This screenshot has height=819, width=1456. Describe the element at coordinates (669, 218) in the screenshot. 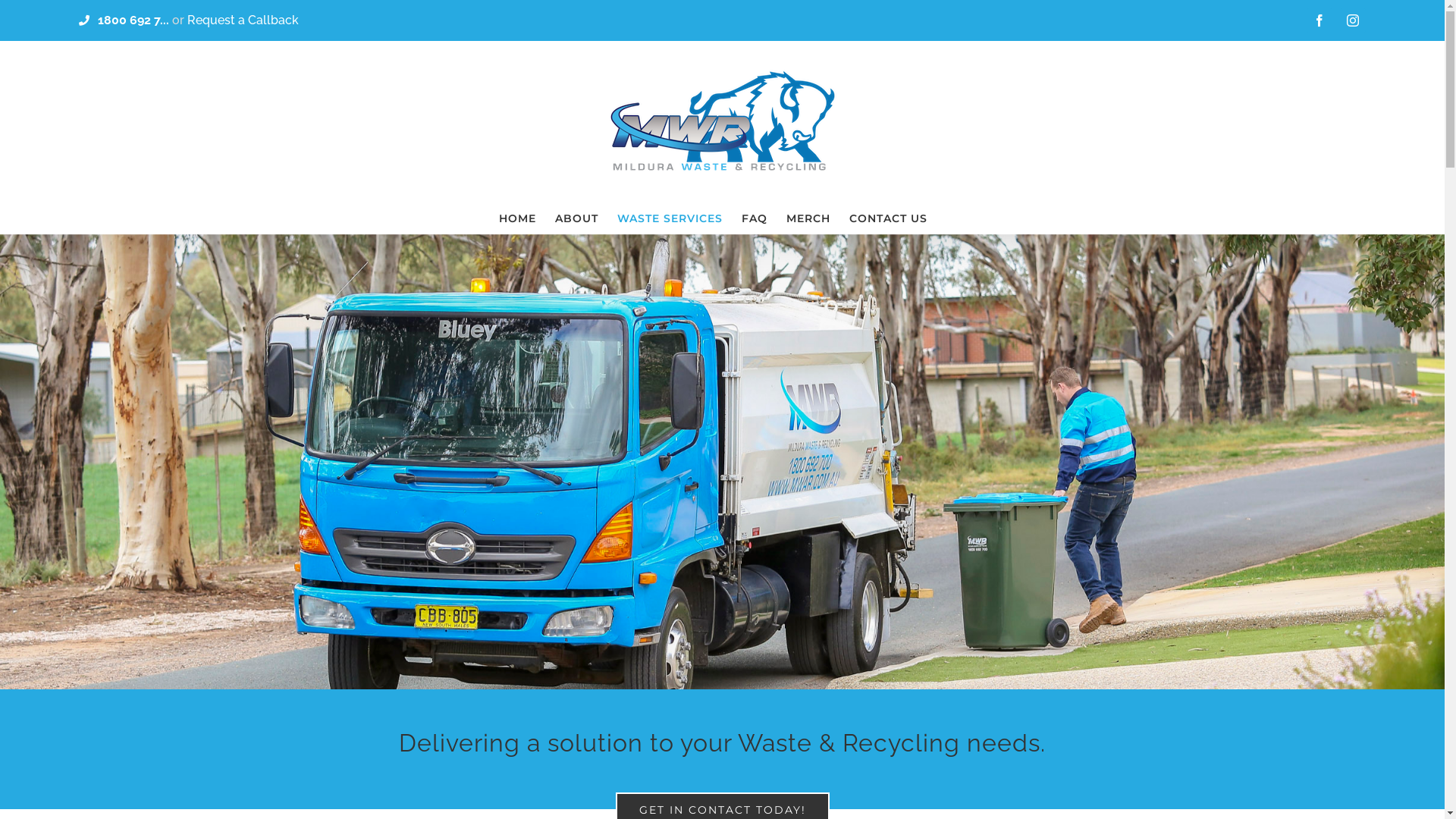

I see `'WASTE SERVICES'` at that location.